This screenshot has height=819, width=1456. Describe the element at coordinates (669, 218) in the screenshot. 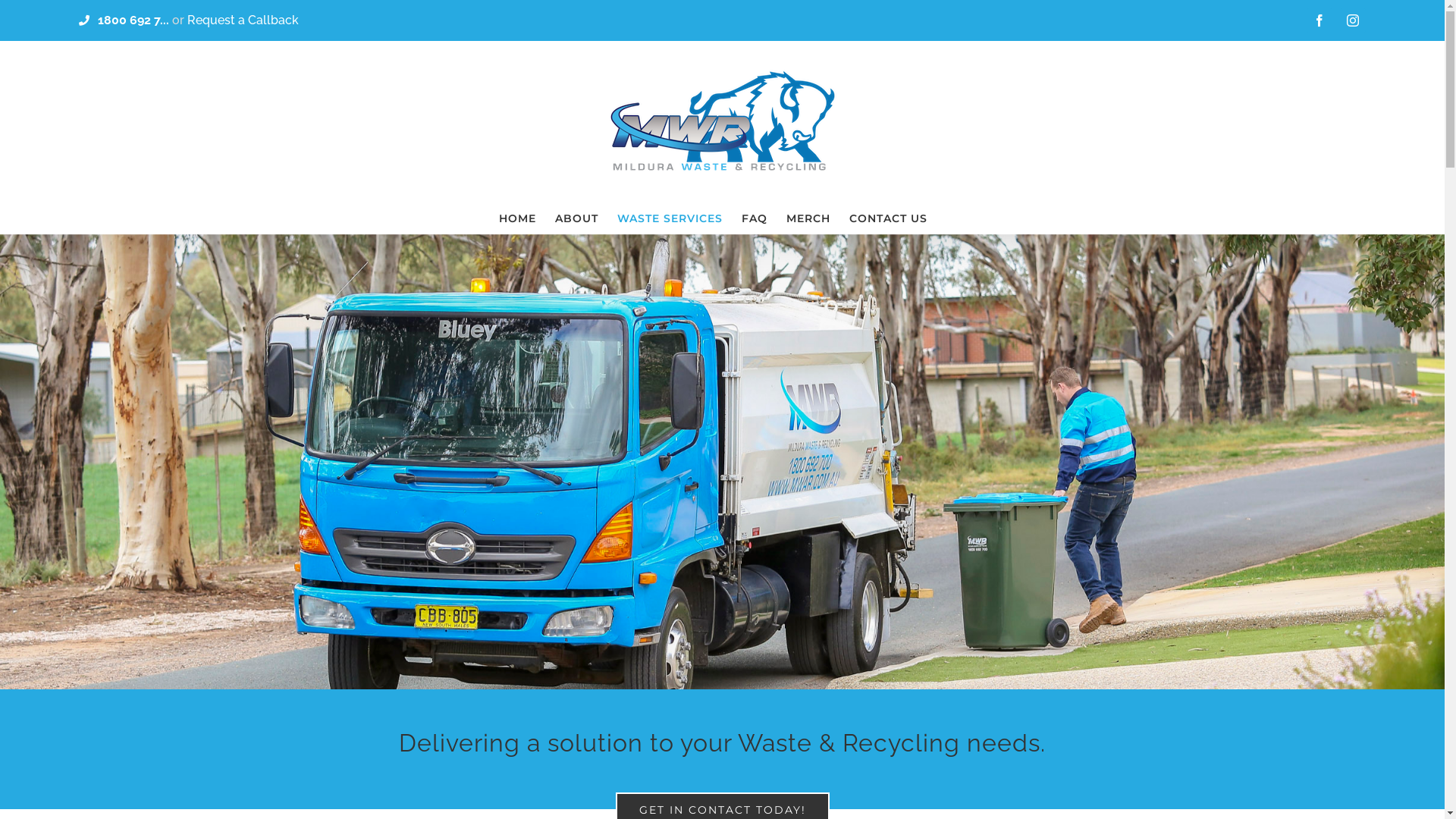

I see `'WASTE SERVICES'` at that location.